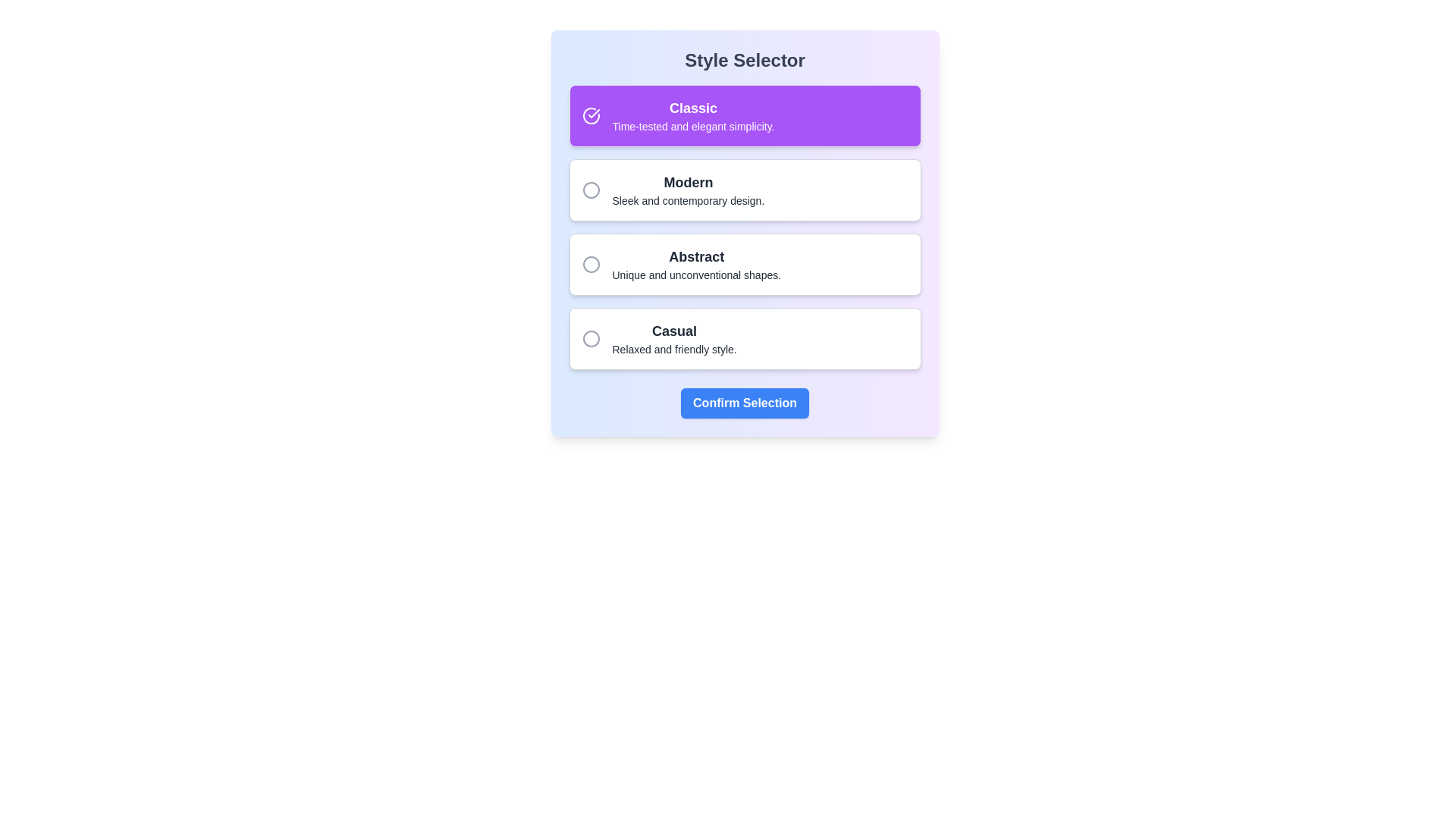 The image size is (1456, 819). Describe the element at coordinates (745, 60) in the screenshot. I see `the static text header indicating style selection at the top of the interface, which is centrally aligned within a rounded rectangle card` at that location.